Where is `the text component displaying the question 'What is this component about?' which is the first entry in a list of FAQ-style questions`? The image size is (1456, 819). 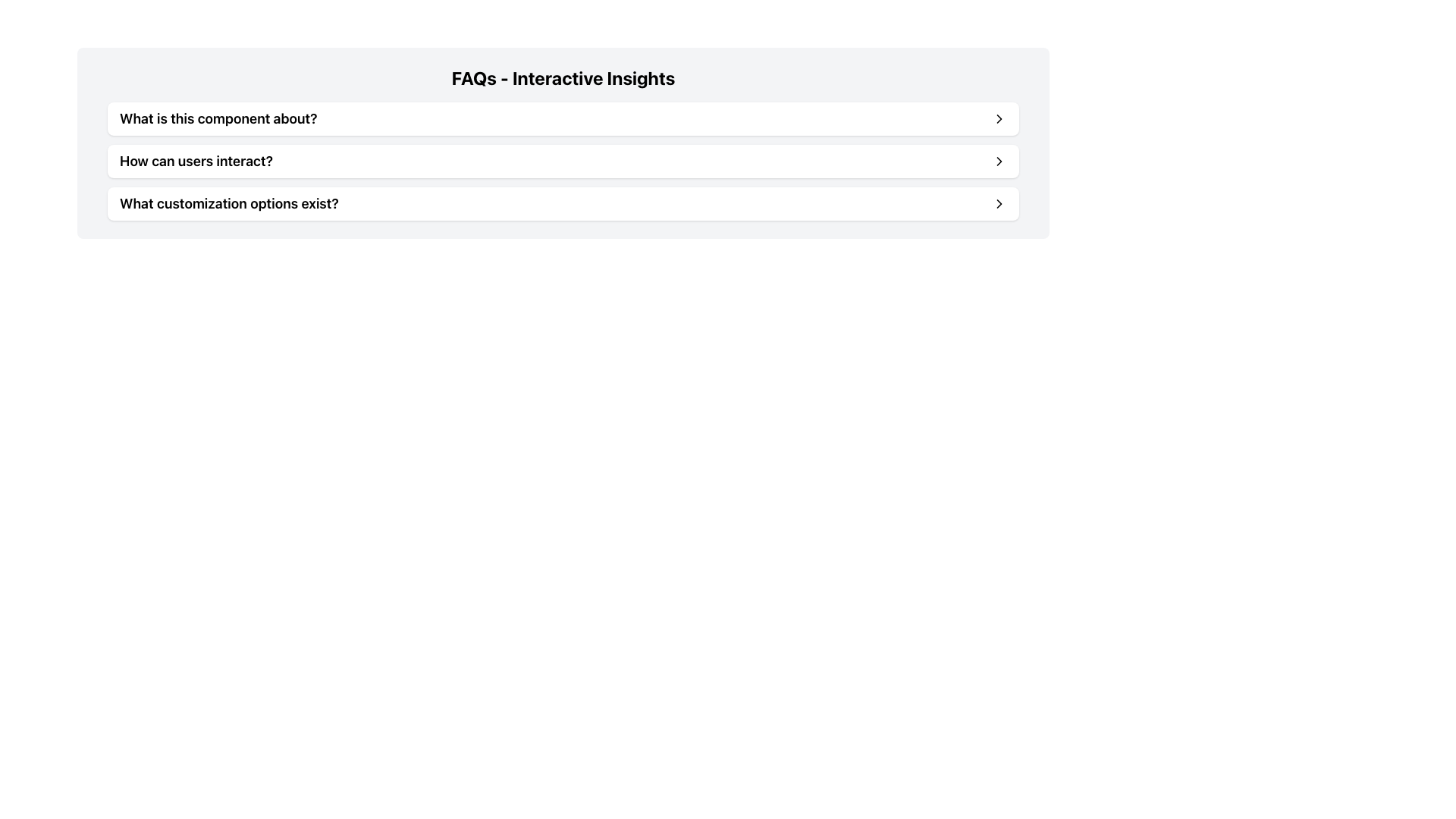 the text component displaying the question 'What is this component about?' which is the first entry in a list of FAQ-style questions is located at coordinates (218, 118).